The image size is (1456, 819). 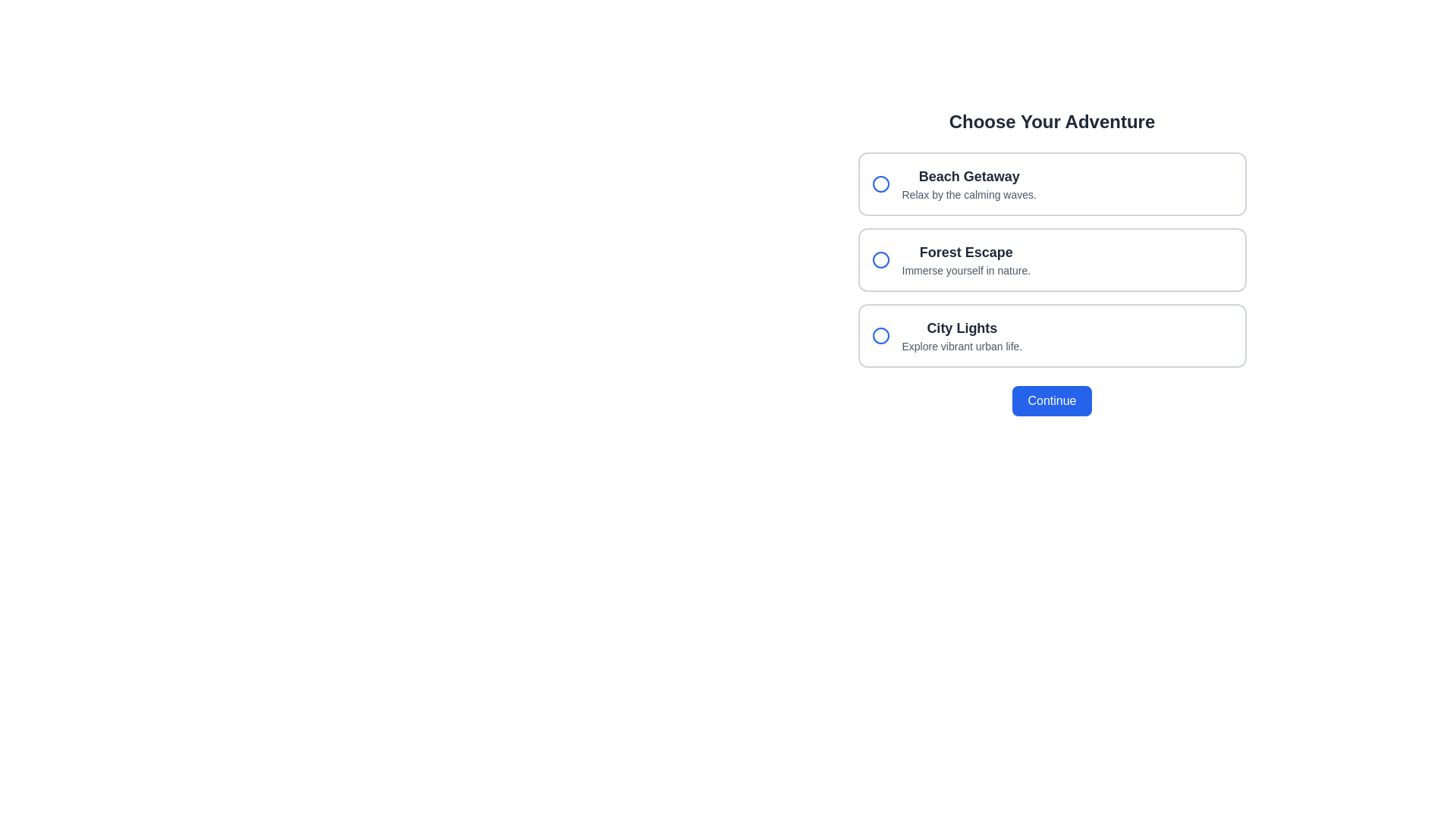 What do you see at coordinates (1051, 335) in the screenshot?
I see `the 'City Lights' radio button, which is the third item in the list located between 'Forest Escape' and the 'Continue' button` at bounding box center [1051, 335].